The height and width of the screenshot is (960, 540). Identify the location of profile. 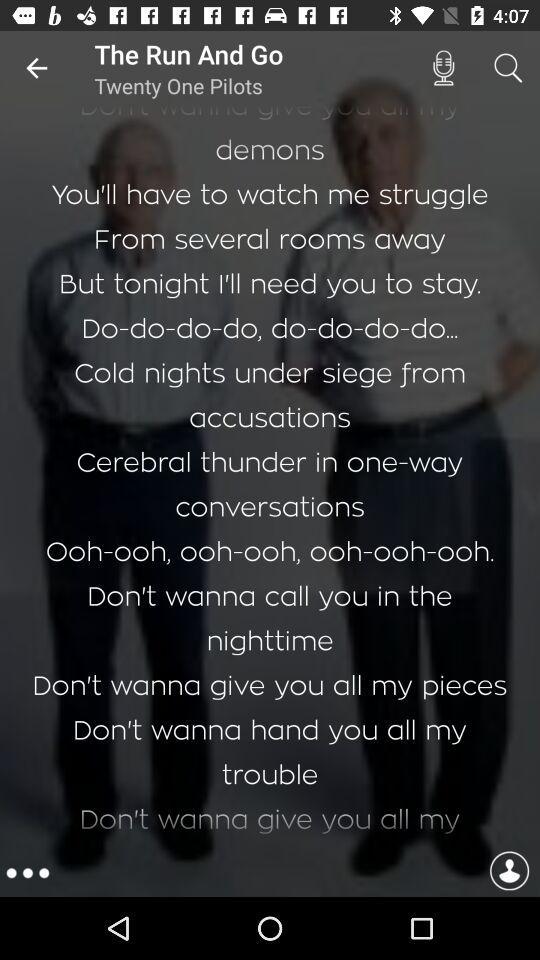
(509, 872).